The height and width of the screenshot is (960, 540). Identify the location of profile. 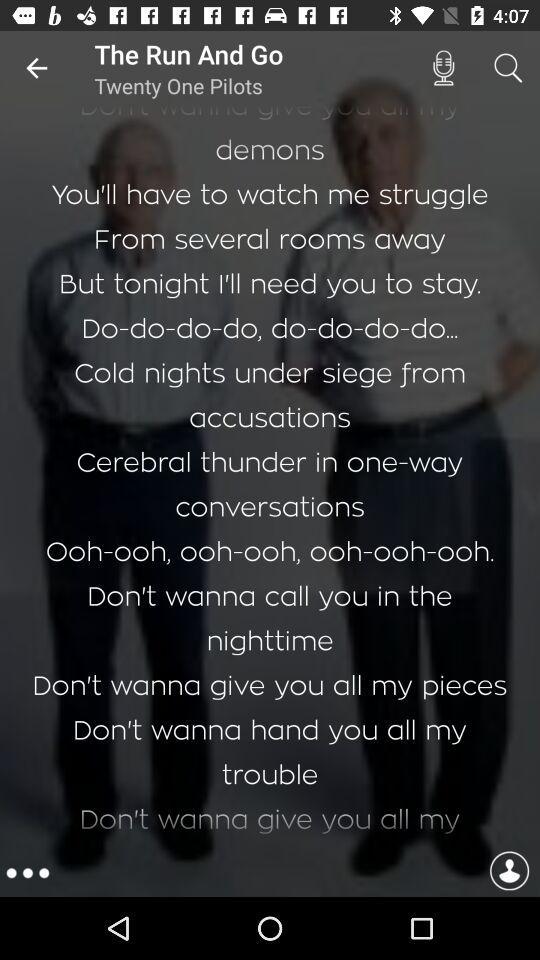
(509, 872).